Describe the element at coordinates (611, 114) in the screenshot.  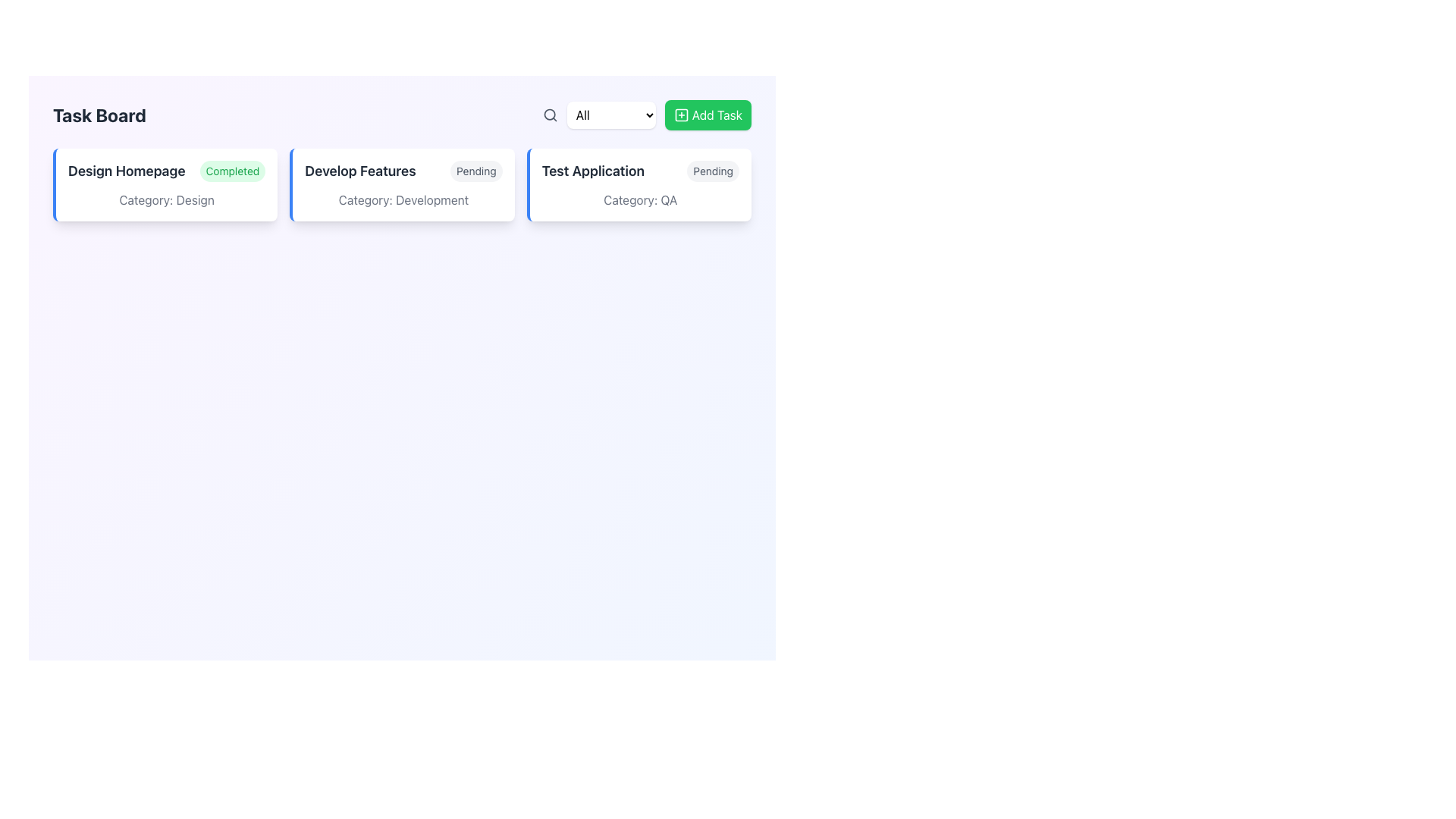
I see `the filter dropdown menu located in the upper right area of the UI` at that location.